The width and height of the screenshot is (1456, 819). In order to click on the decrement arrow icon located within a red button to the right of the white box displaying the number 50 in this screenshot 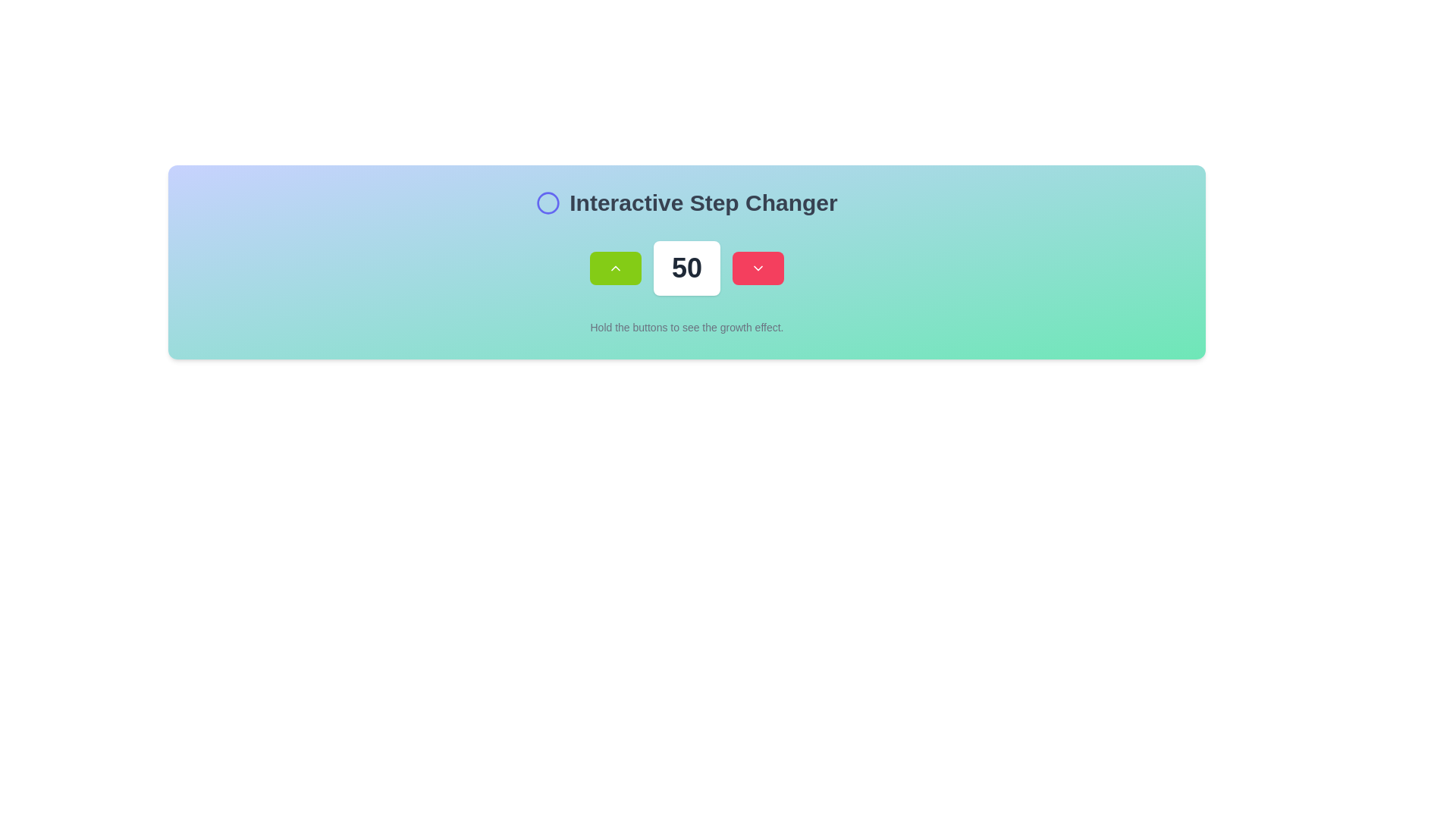, I will do `click(758, 268)`.